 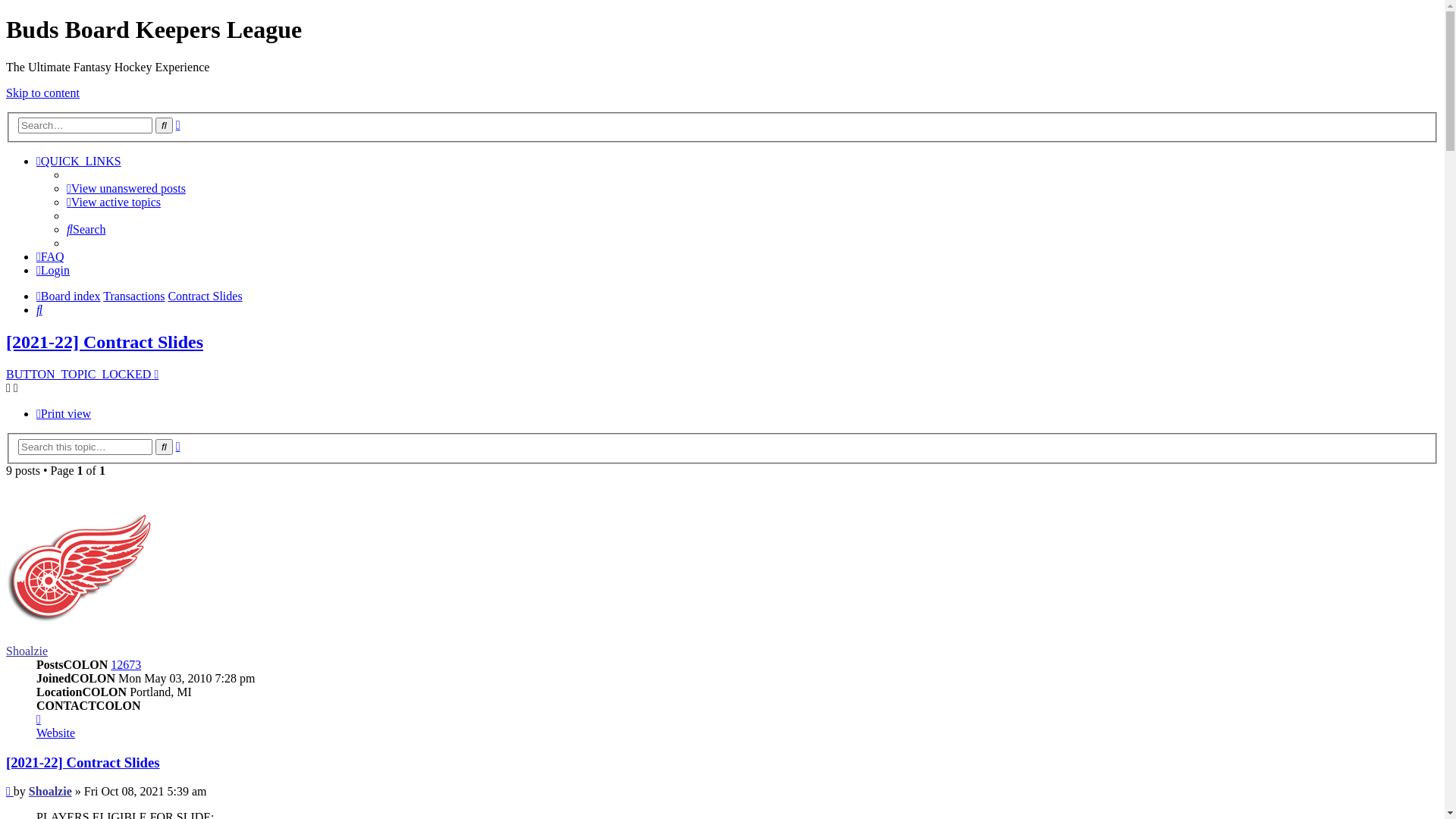 What do you see at coordinates (6, 762) in the screenshot?
I see `'[2021-22] Contract Slides'` at bounding box center [6, 762].